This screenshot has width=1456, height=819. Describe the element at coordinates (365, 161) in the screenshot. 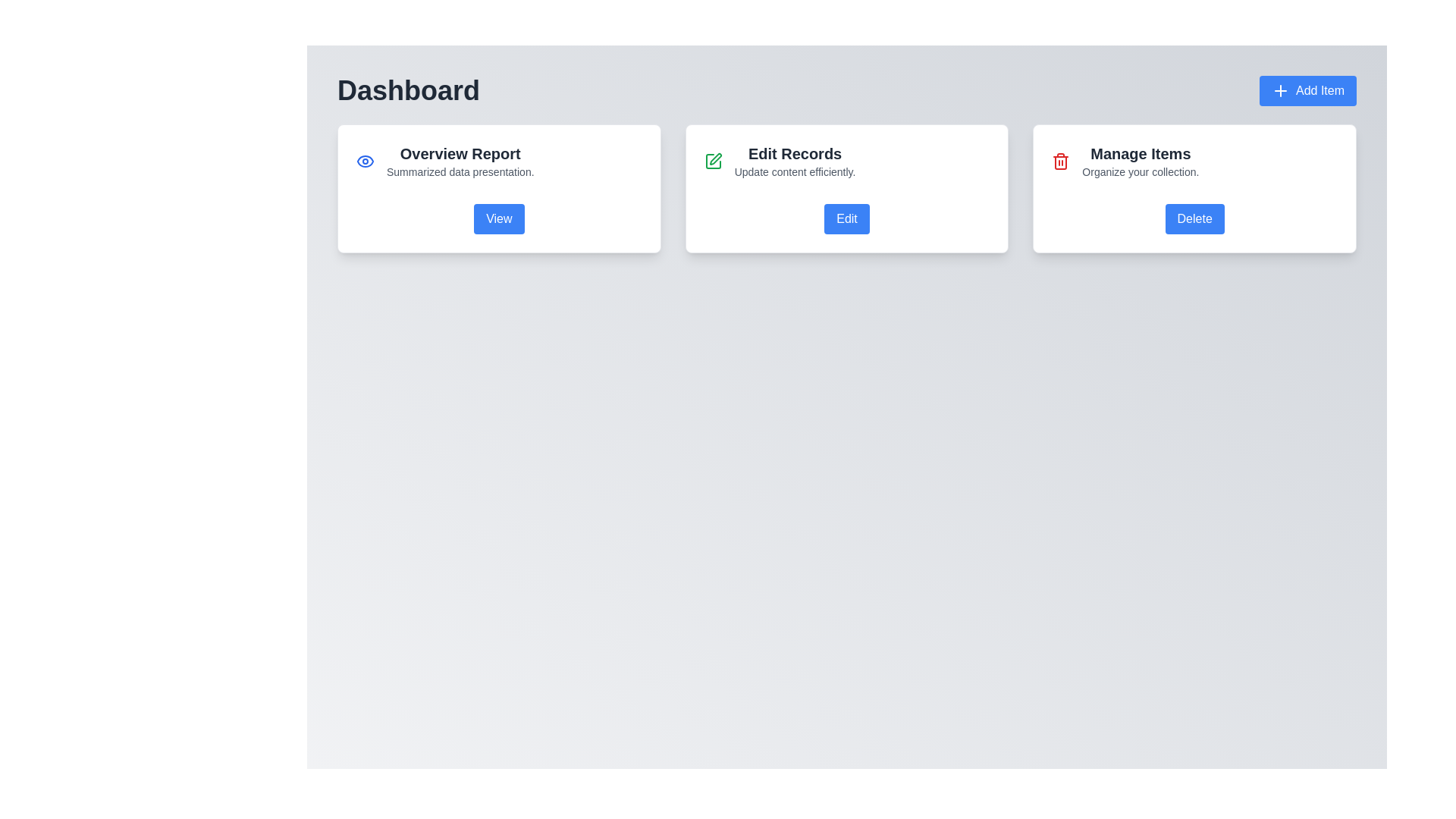

I see `the blue eye icon located at the top-left corner of the 'Overview Report' card` at that location.